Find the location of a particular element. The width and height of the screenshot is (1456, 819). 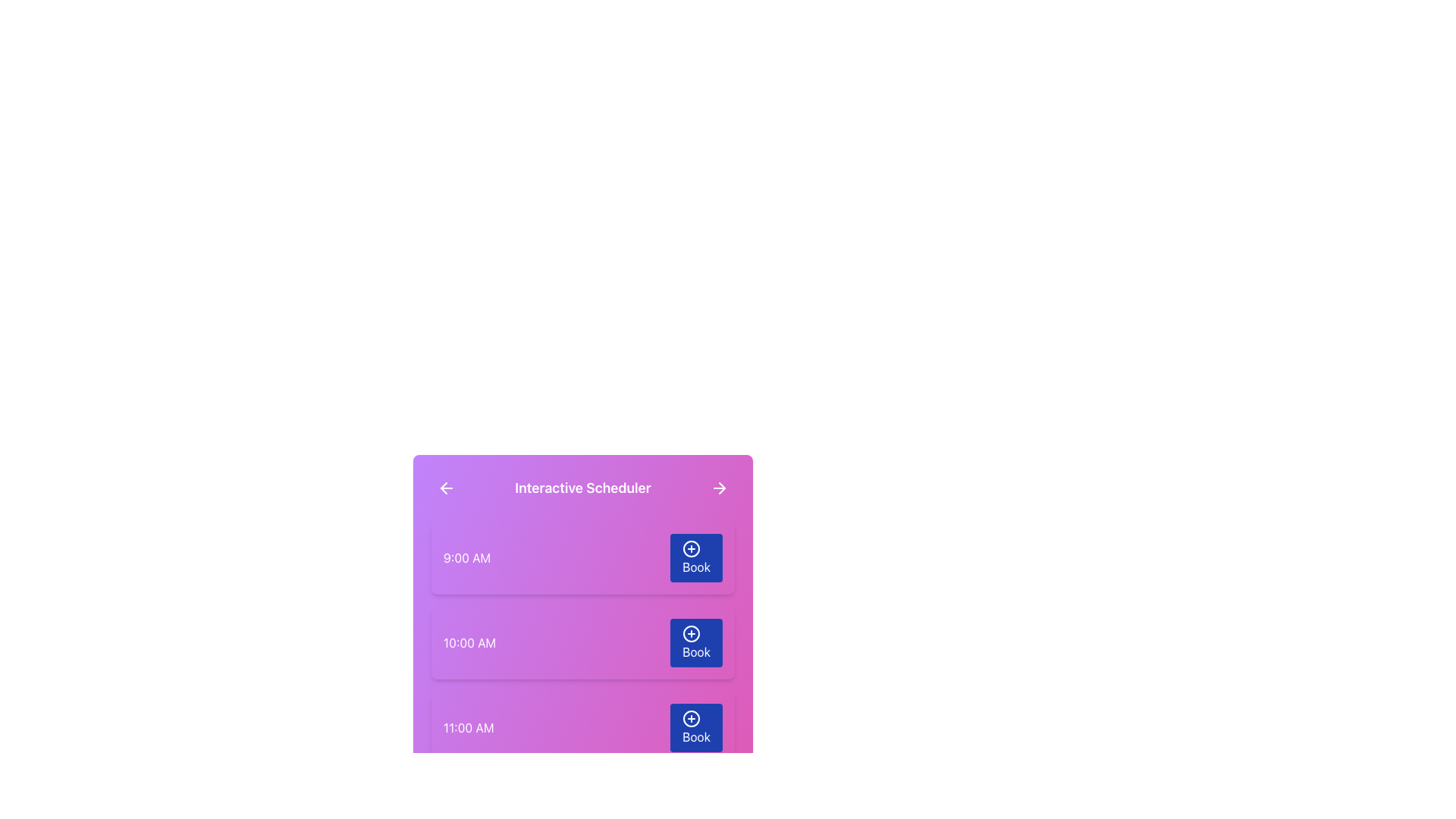

the text component displaying '11:00 AM' in white font on a pink background, which is located at the bottom of the 'Interactive Scheduler' panel is located at coordinates (468, 727).